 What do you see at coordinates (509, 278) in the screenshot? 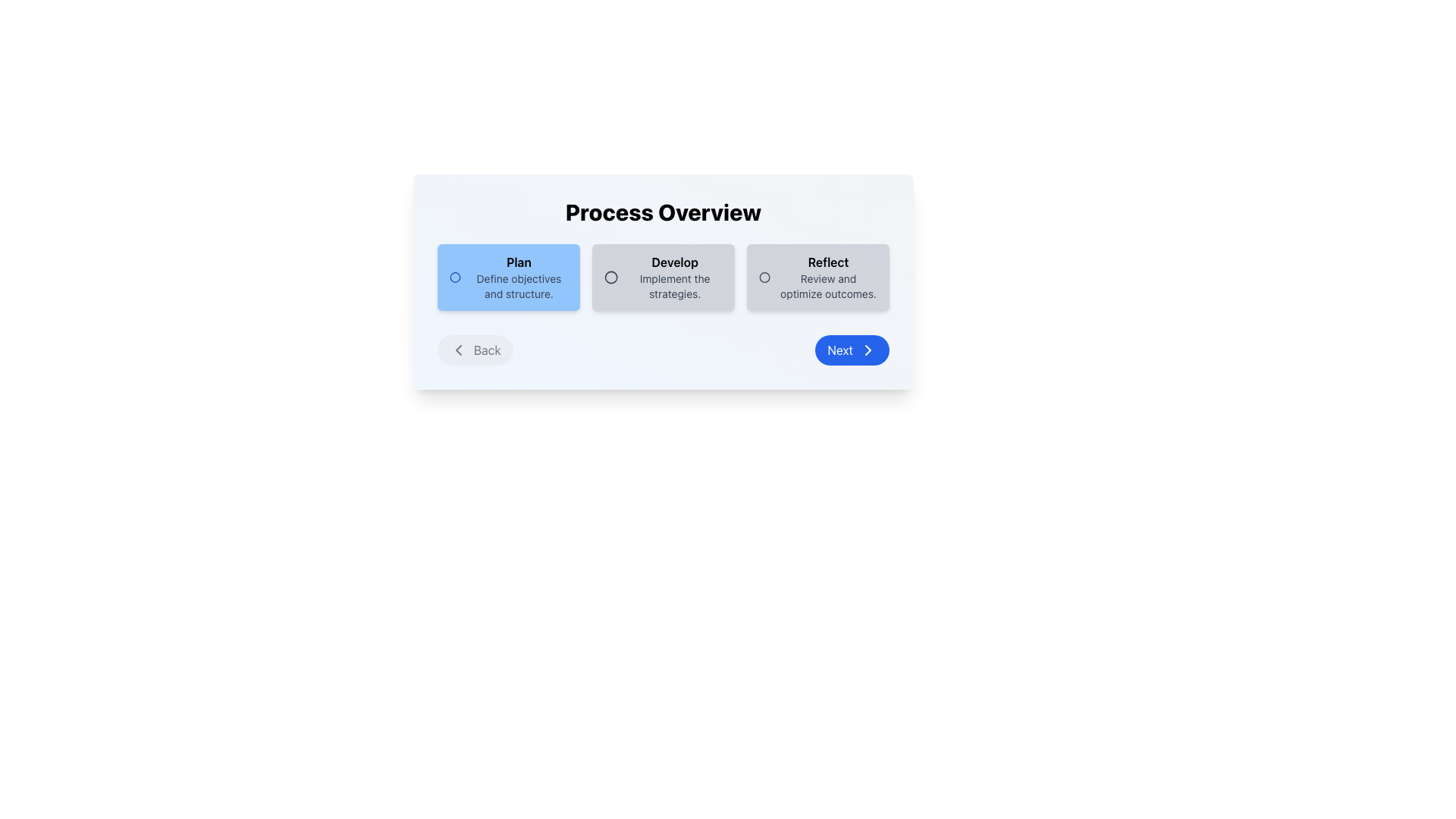
I see `the Step Card element with a blue background, featuring the title 'Plan' and description 'Define objectives and structure.', which is the first card in a sequence of three cards` at bounding box center [509, 278].